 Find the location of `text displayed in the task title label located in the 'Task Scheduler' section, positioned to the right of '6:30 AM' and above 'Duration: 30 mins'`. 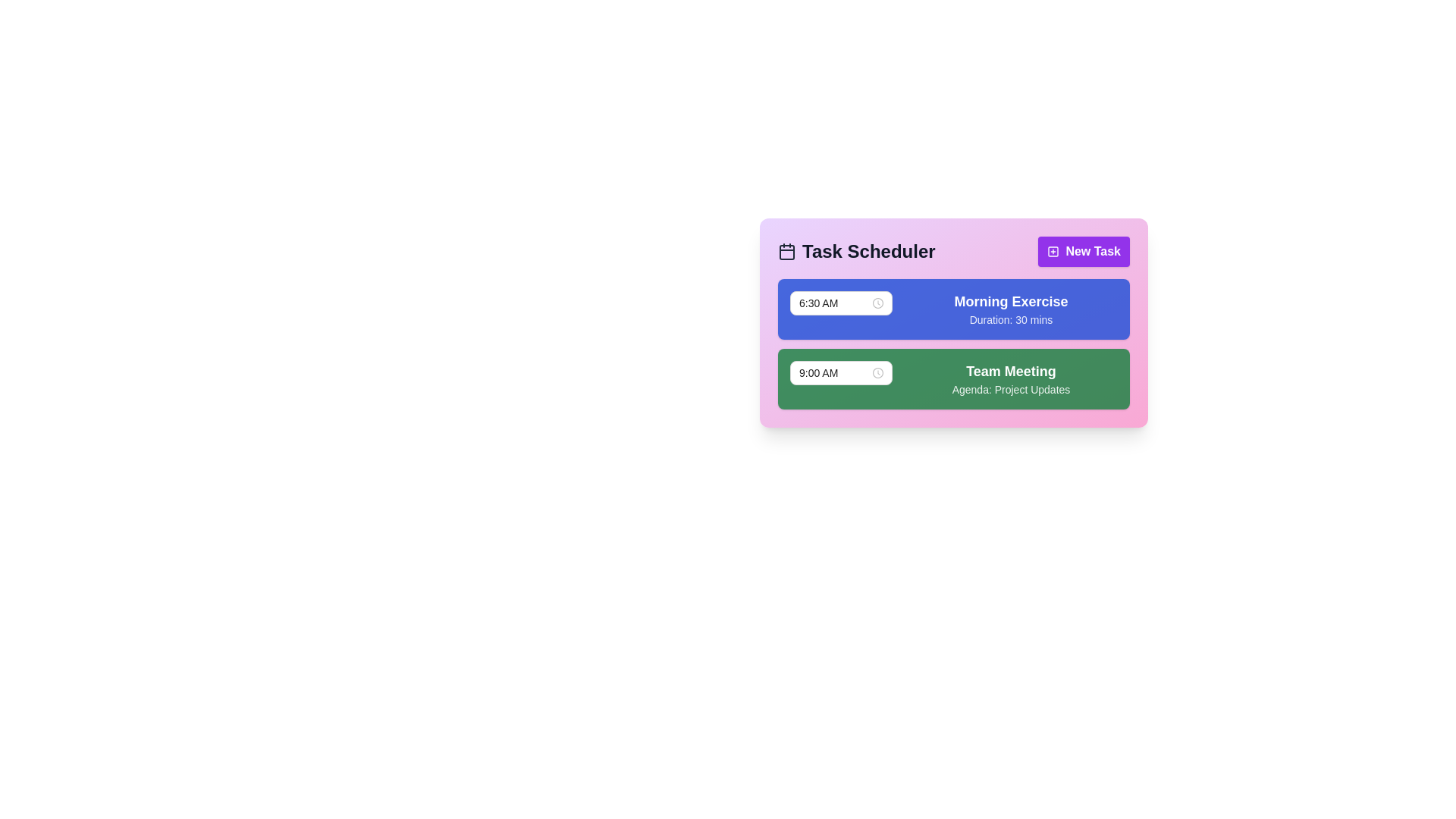

text displayed in the task title label located in the 'Task Scheduler' section, positioned to the right of '6:30 AM' and above 'Duration: 30 mins' is located at coordinates (1011, 301).